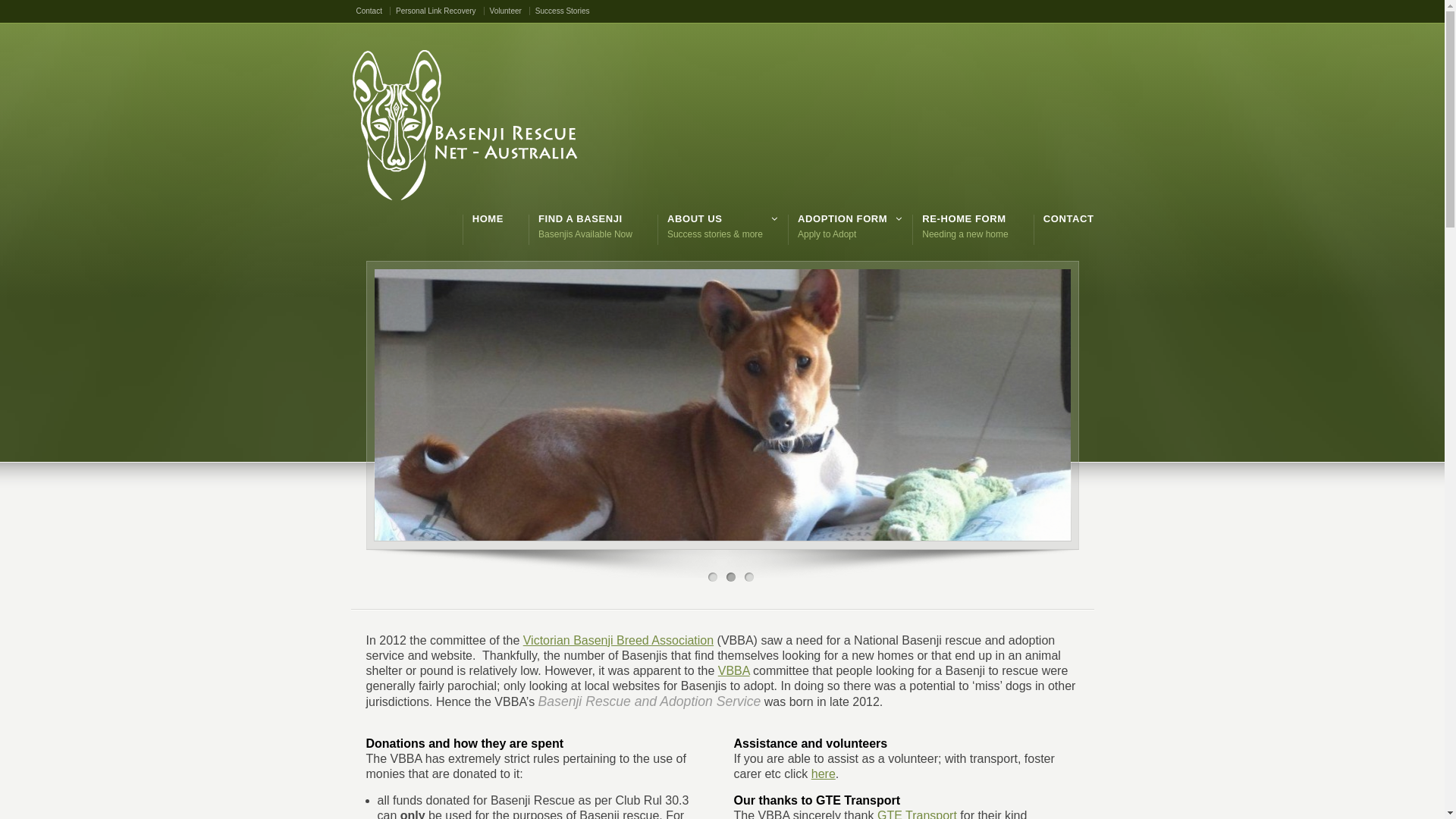 This screenshot has width=1456, height=819. What do you see at coordinates (523, 640) in the screenshot?
I see `'Victorian Basenji Breed Association'` at bounding box center [523, 640].